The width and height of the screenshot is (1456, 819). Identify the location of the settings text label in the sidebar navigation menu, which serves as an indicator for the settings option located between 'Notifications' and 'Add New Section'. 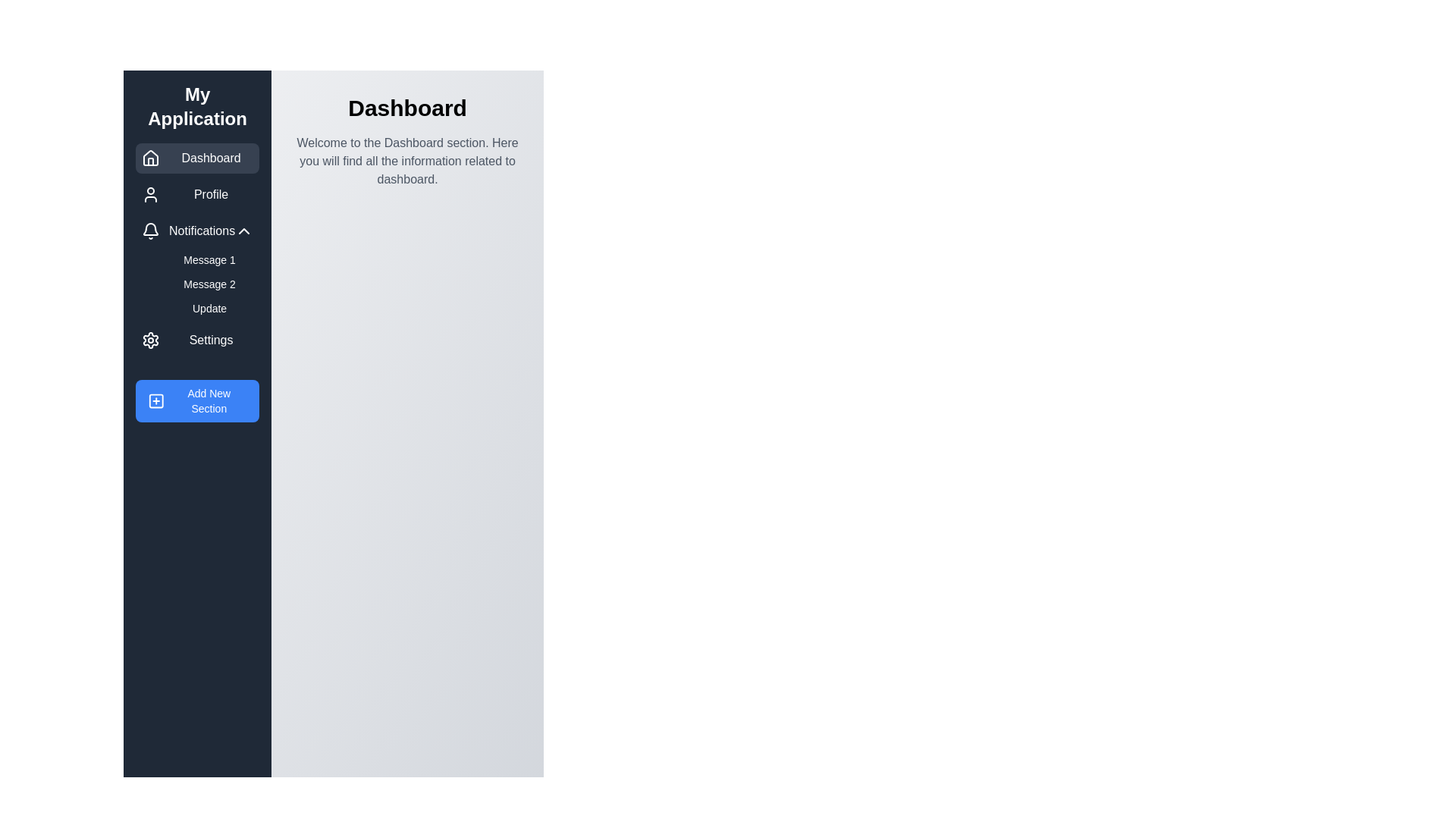
(210, 339).